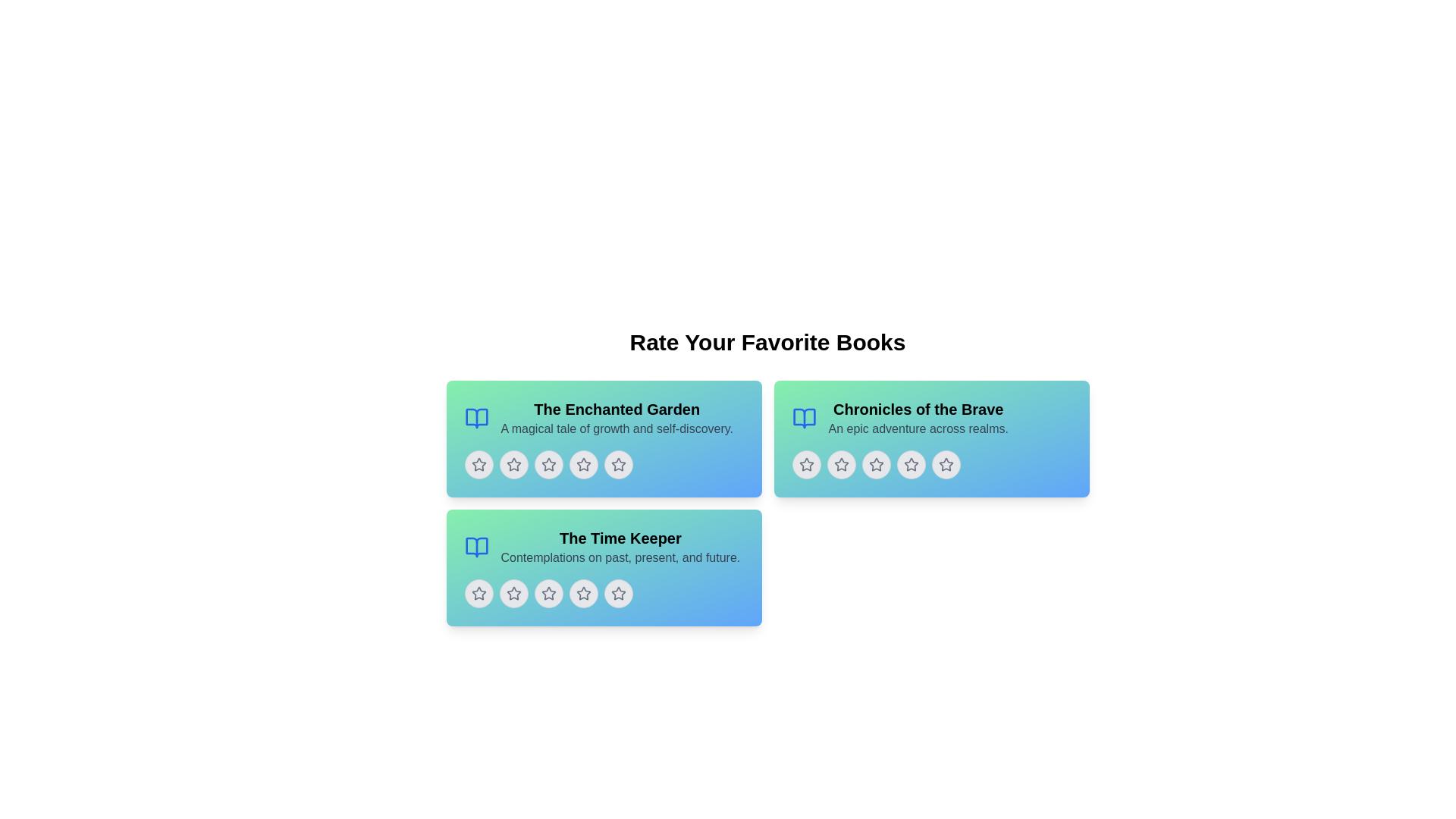 This screenshot has height=819, width=1456. Describe the element at coordinates (475, 547) in the screenshot. I see `the small blue graphical icon resembling an open book located in the top-left corner of the 'The Time Keeper' card` at that location.